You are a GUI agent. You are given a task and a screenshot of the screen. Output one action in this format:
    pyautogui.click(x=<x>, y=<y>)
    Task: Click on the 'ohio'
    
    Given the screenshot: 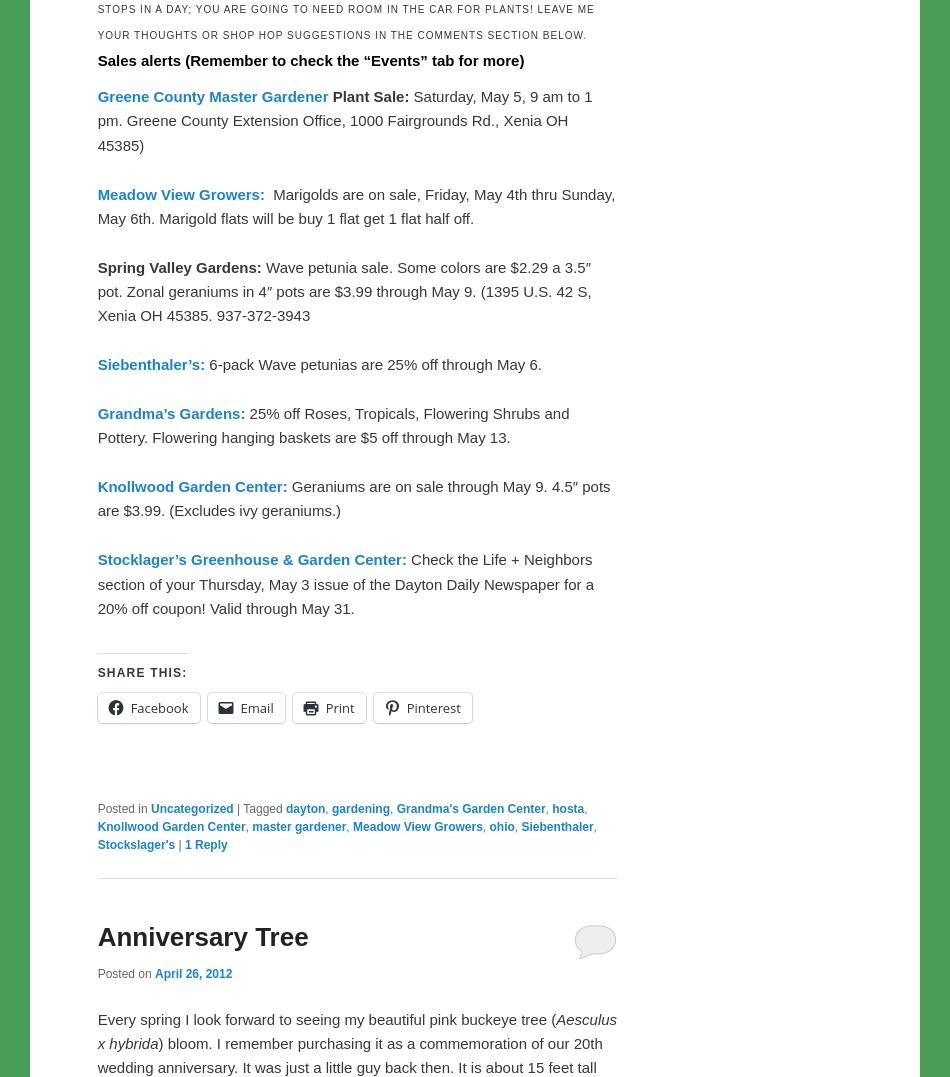 What is the action you would take?
    pyautogui.click(x=501, y=825)
    